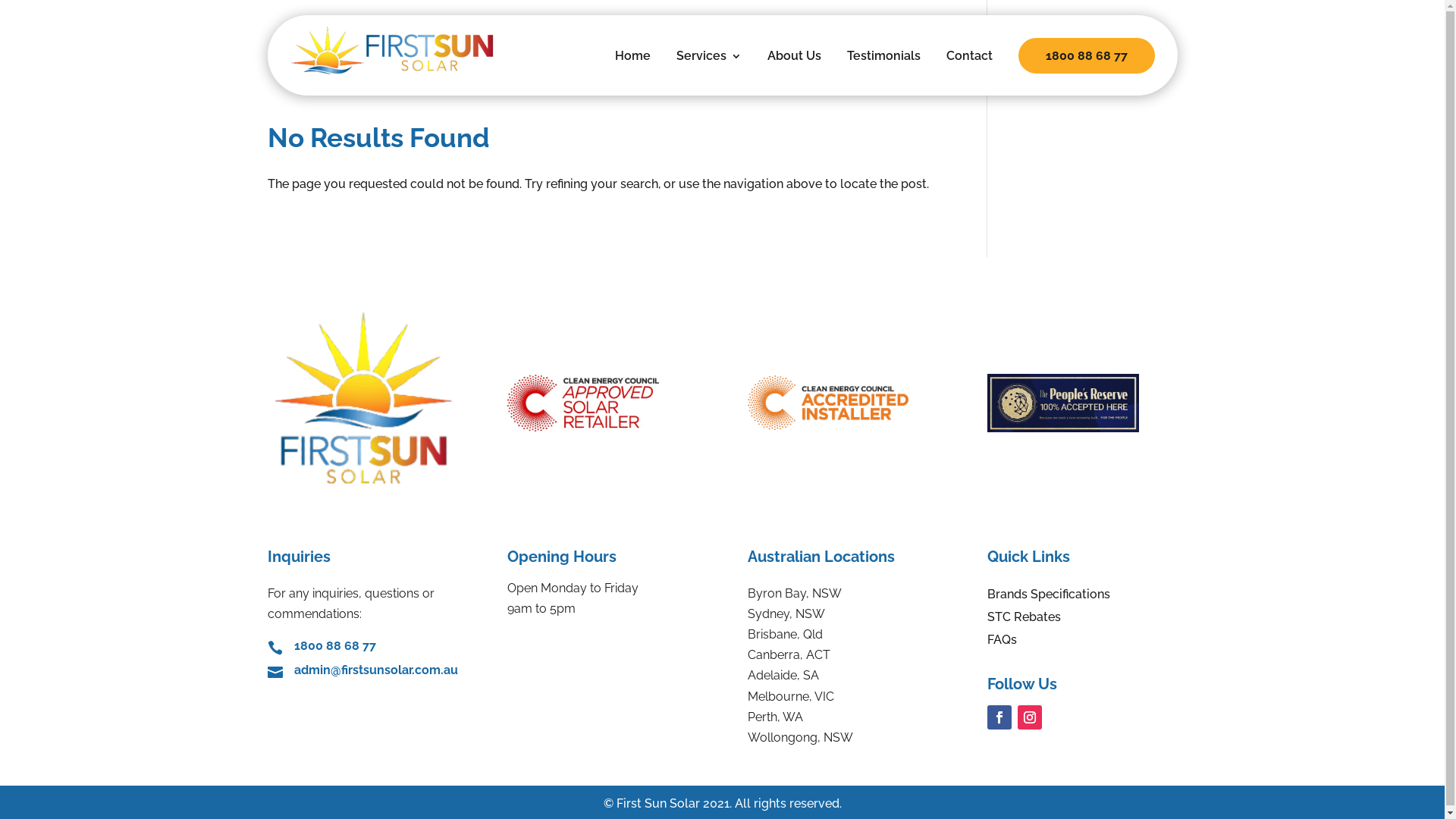 This screenshot has width=1456, height=819. Describe the element at coordinates (1024, 620) in the screenshot. I see `'STC Rebates'` at that location.